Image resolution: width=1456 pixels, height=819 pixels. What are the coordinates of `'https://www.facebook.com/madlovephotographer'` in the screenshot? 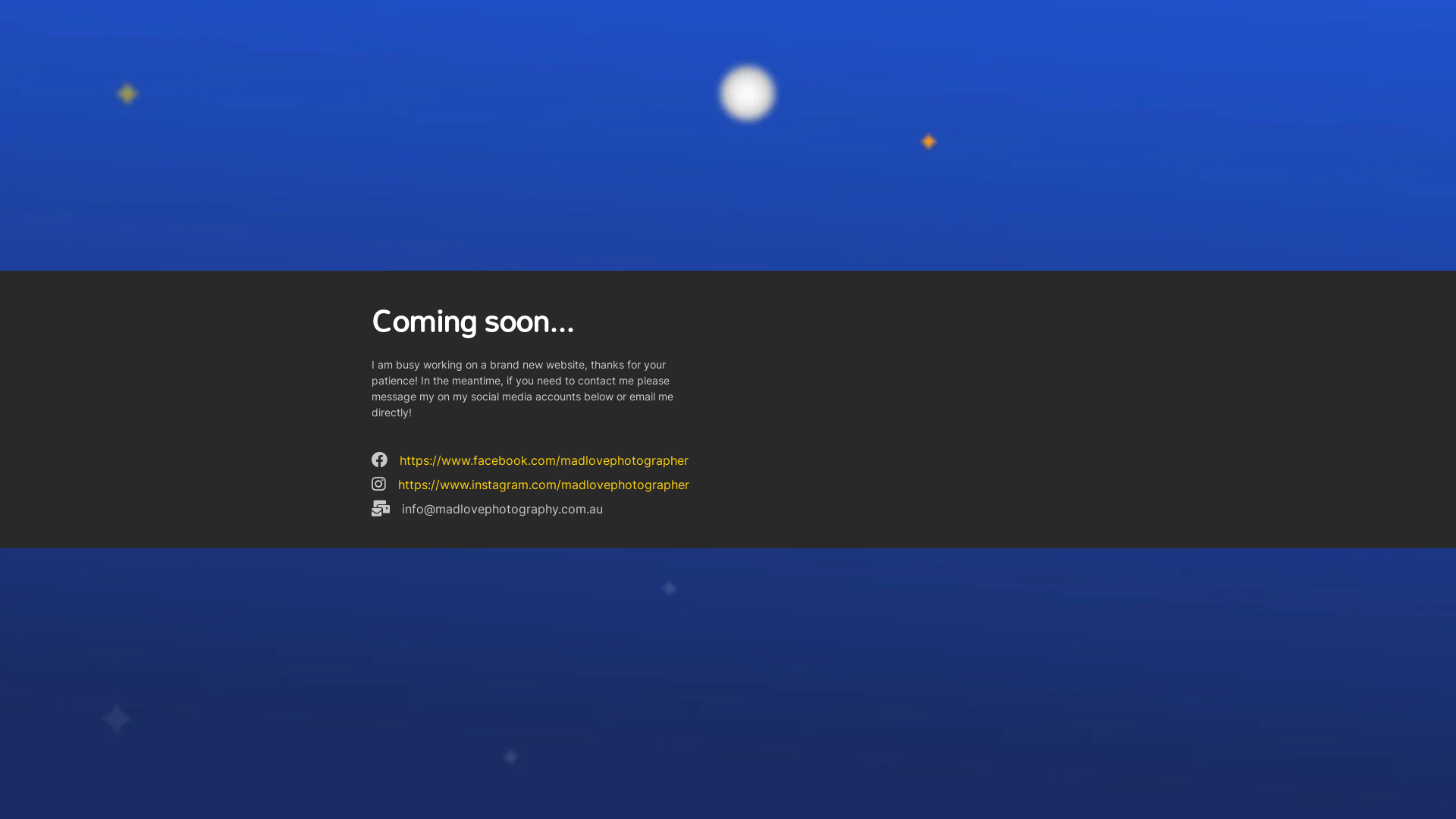 It's located at (544, 459).